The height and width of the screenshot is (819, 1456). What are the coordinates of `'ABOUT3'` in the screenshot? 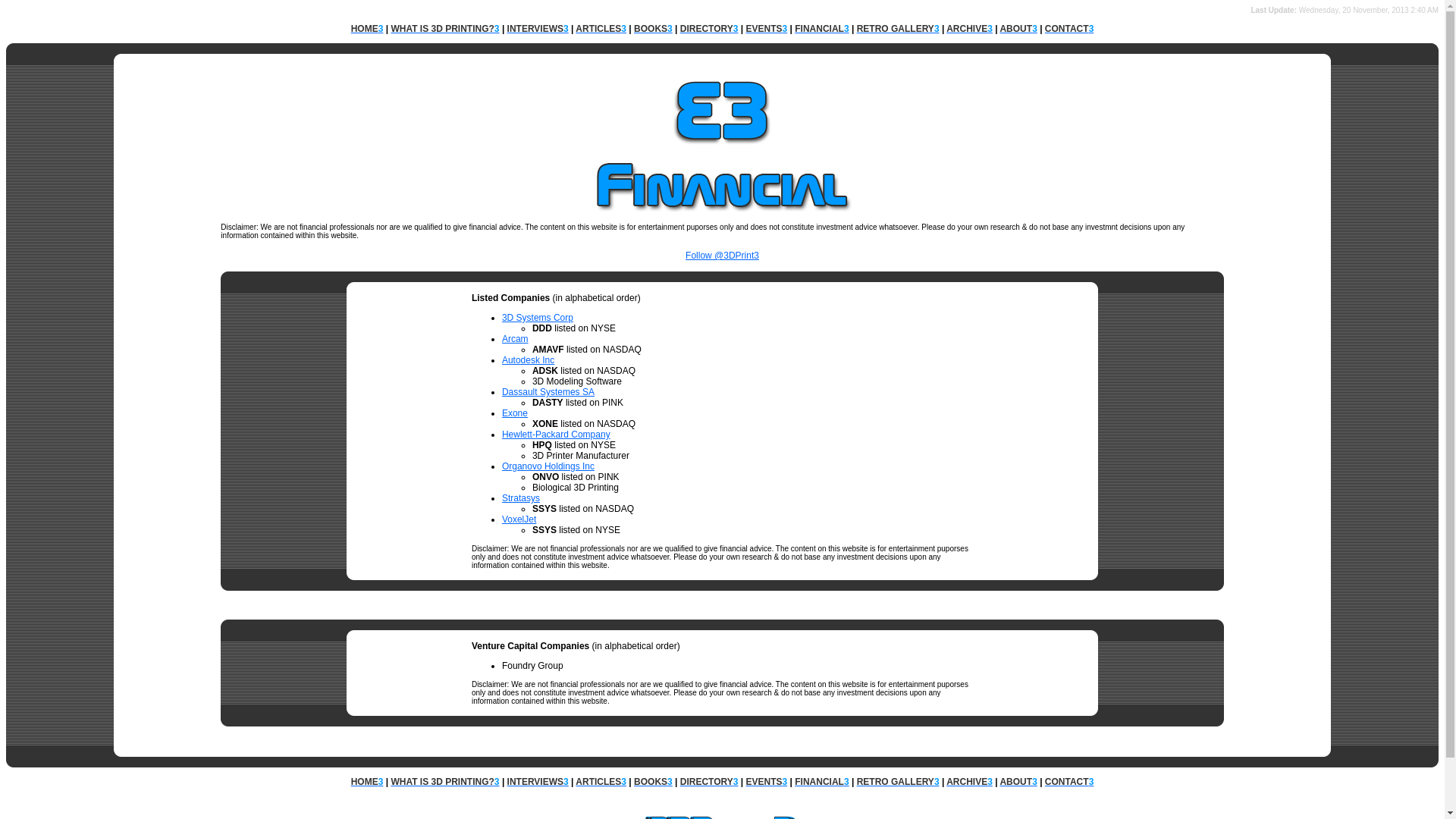 It's located at (1018, 29).